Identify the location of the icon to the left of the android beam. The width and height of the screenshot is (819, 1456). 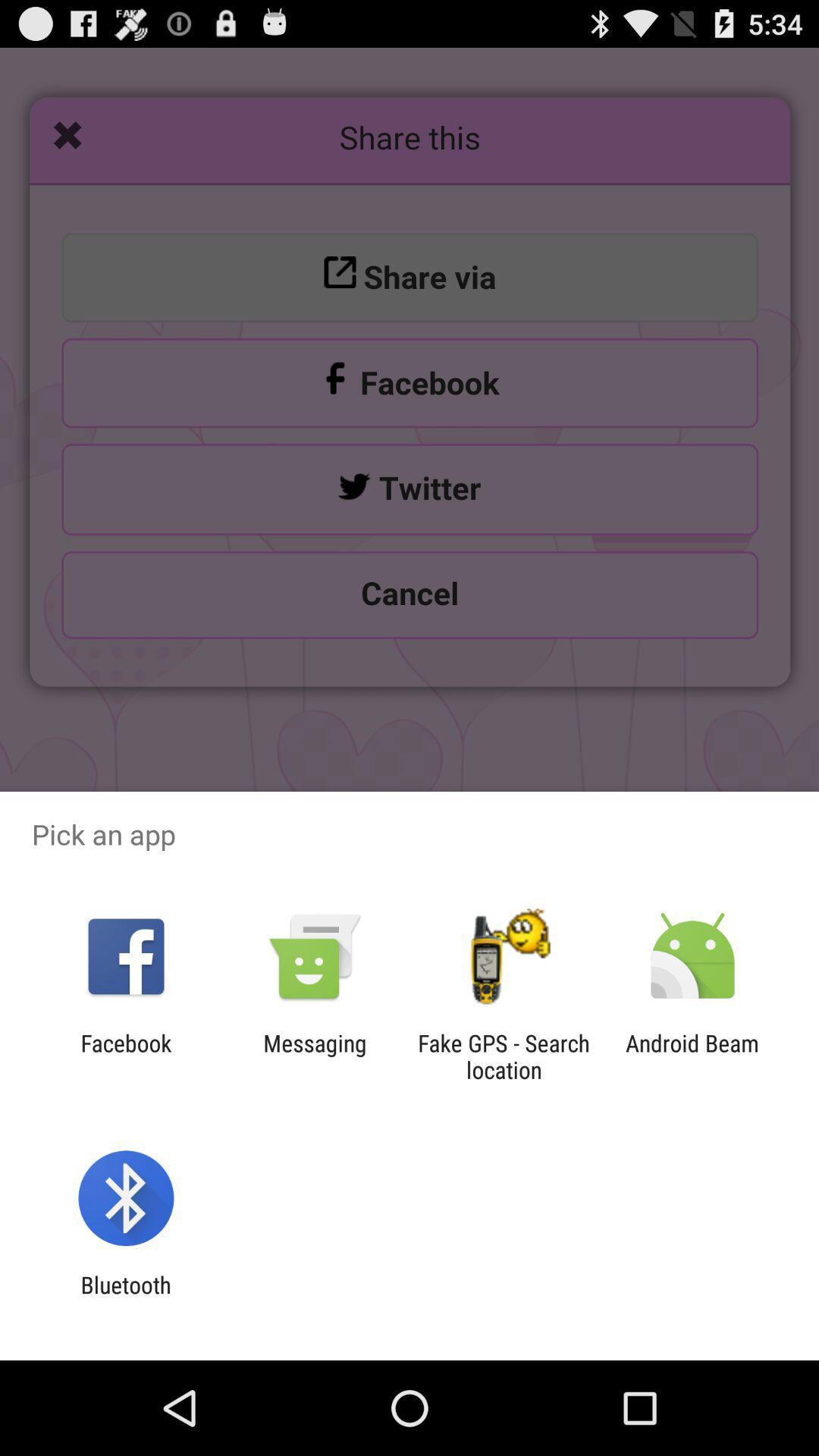
(504, 1056).